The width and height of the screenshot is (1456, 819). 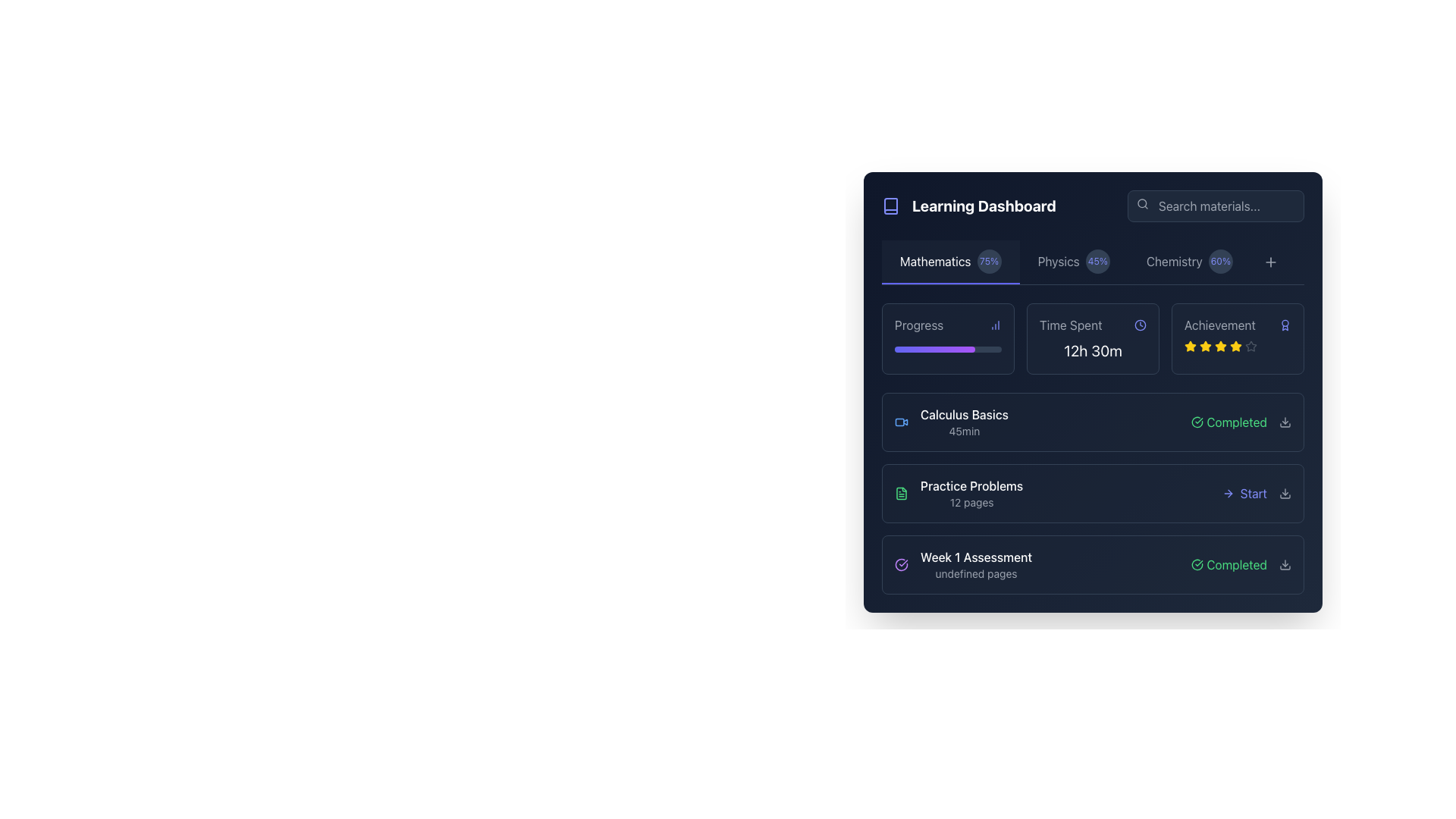 What do you see at coordinates (1093, 338) in the screenshot?
I see `the 'Time Spent' information card` at bounding box center [1093, 338].